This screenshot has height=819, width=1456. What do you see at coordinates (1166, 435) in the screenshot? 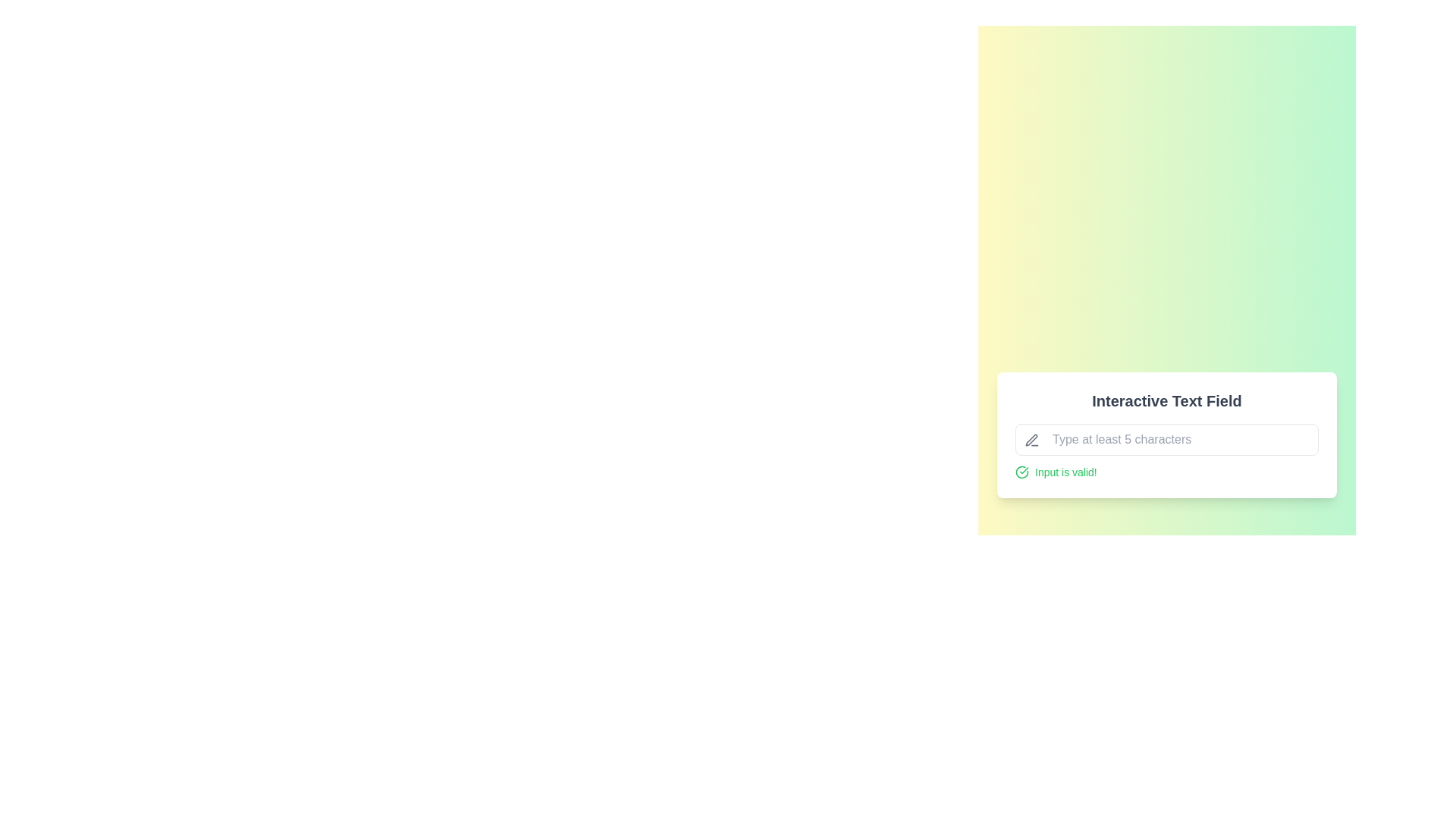
I see `the Interactive Text Field` at bounding box center [1166, 435].